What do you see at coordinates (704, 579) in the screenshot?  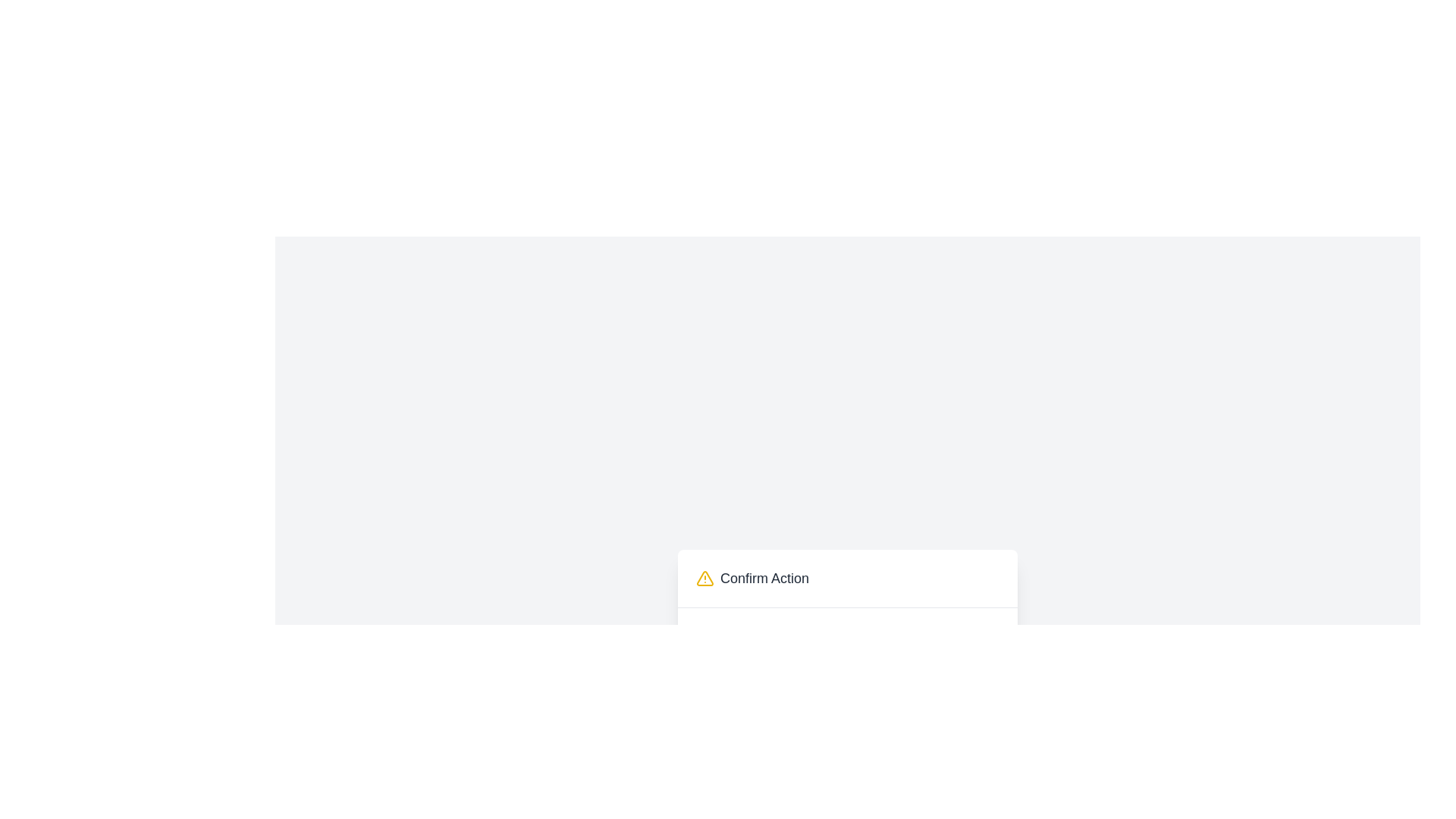 I see `the warning or alert icon located at the bottom center of the dialog box, next to the 'Confirm Action' text` at bounding box center [704, 579].